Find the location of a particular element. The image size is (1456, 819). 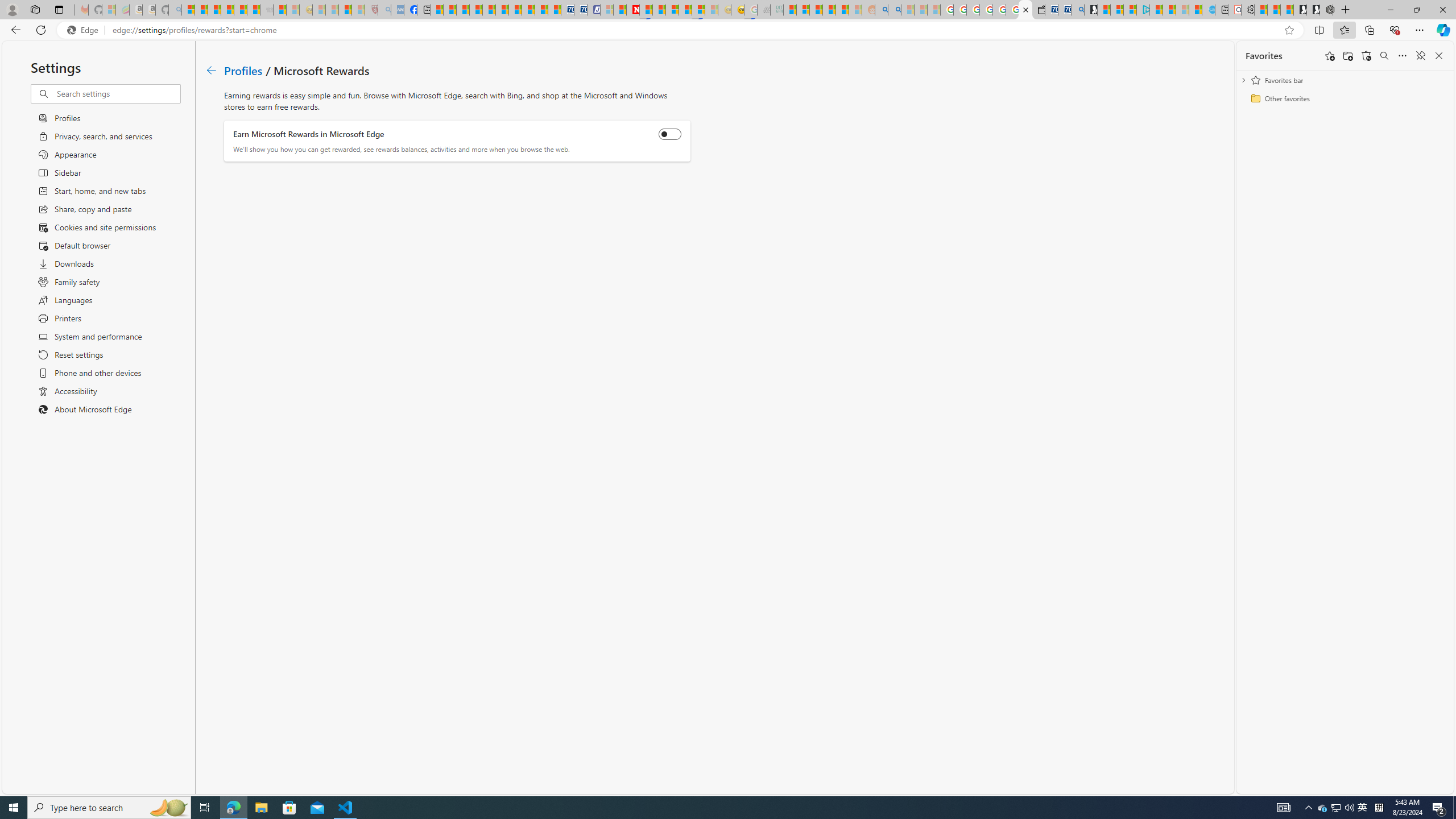

'The Weather Channel - MSN' is located at coordinates (213, 9).